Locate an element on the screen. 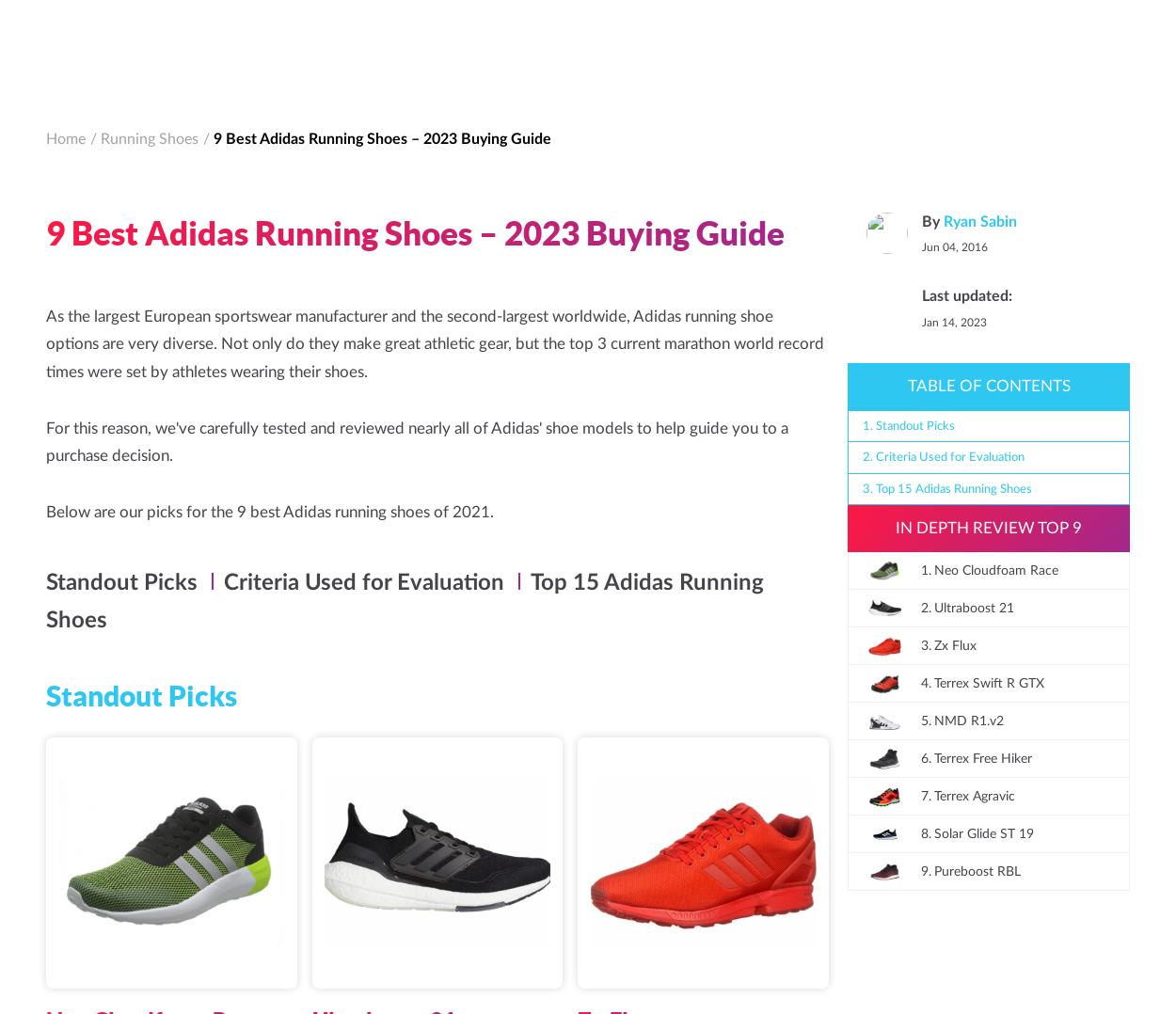 This screenshot has height=1014, width=1176. 'The very first thing that we noticed about this design is that it boasts a knit upper with a sock-like cuff at the ankle that resists rubbing your feet raw as you train. This soft knit material is also structured to provide you with excellent stability that is still incredibly soft and comfortable.' is located at coordinates (46, 561).